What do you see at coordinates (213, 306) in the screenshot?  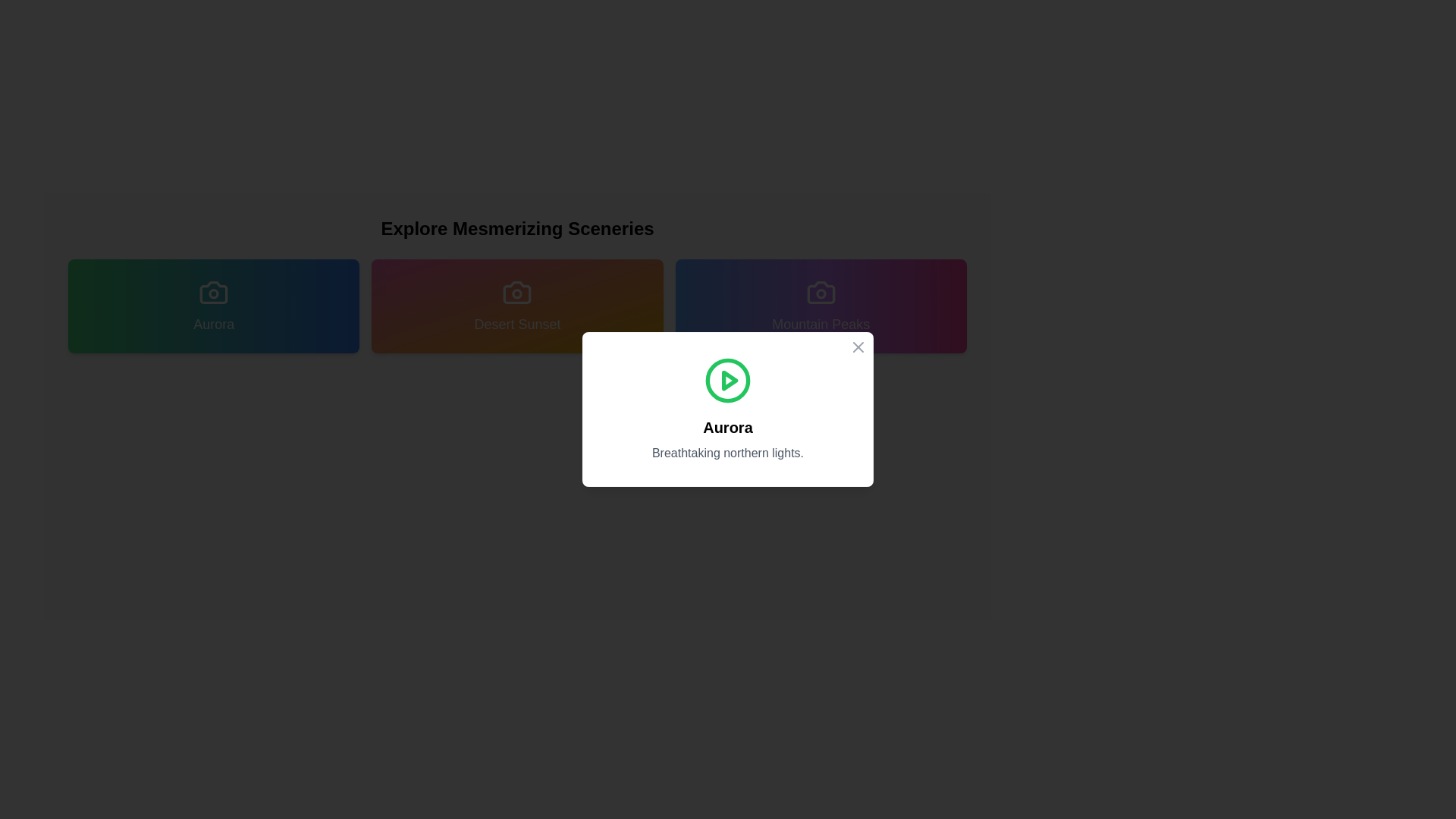 I see `the selectable option or category button for 'Aurora' to trigger a visual effect` at bounding box center [213, 306].